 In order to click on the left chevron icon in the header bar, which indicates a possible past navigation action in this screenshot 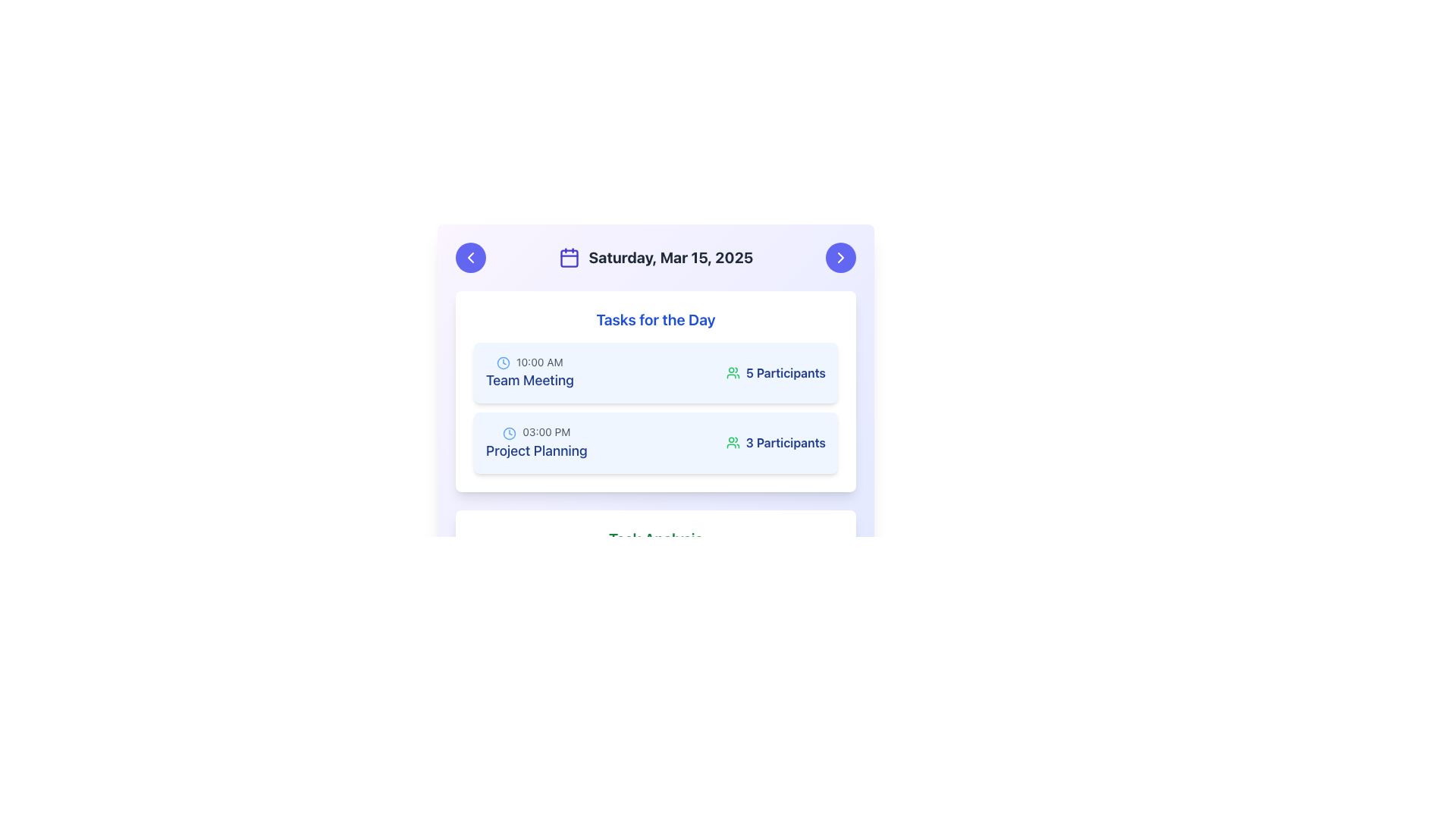, I will do `click(469, 256)`.